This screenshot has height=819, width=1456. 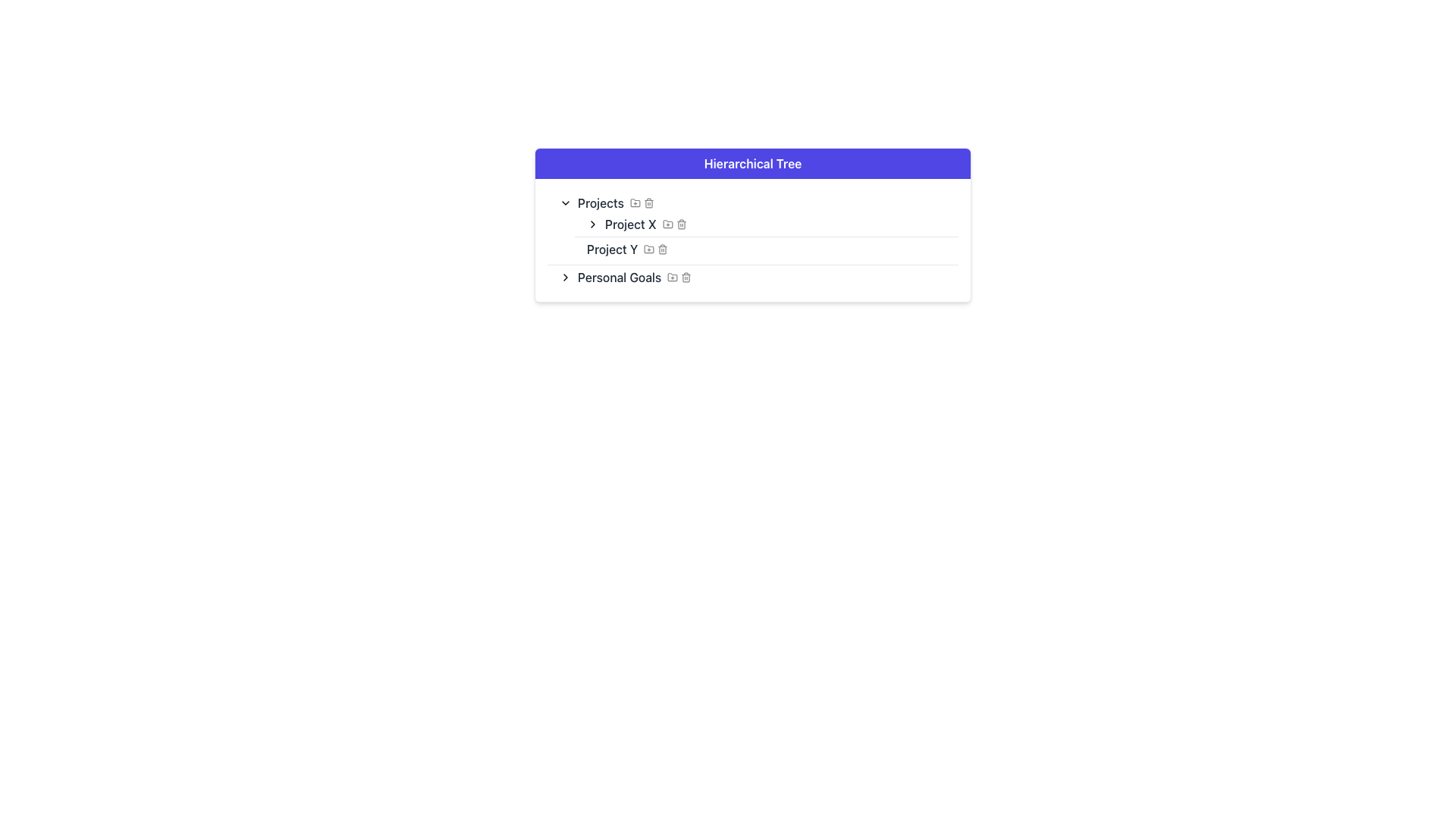 I want to click on the indigo banner titled 'Hierarchical Tree' to interact with its styling, so click(x=753, y=164).